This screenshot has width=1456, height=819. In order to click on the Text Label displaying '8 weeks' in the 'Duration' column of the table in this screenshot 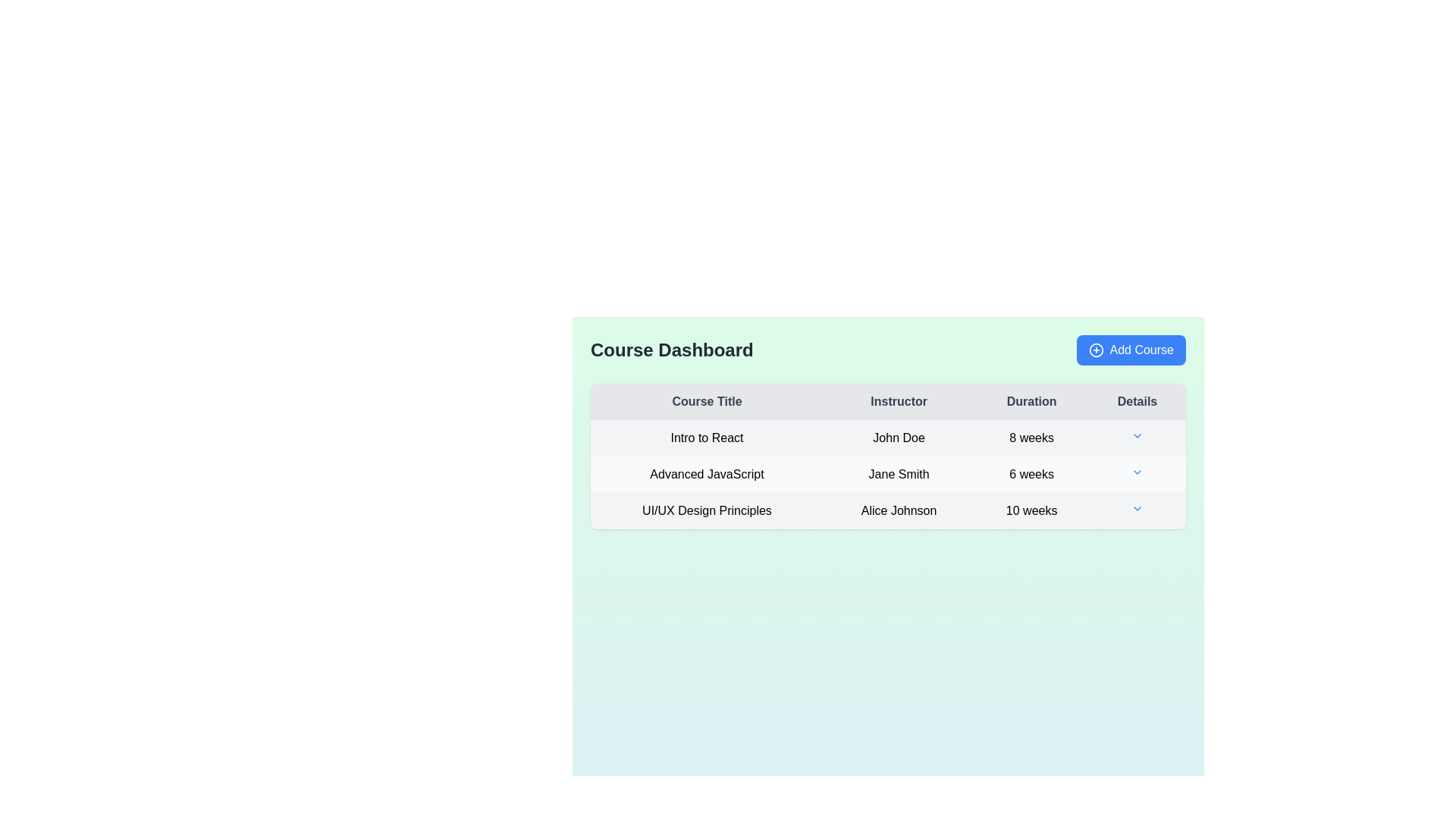, I will do `click(1031, 438)`.